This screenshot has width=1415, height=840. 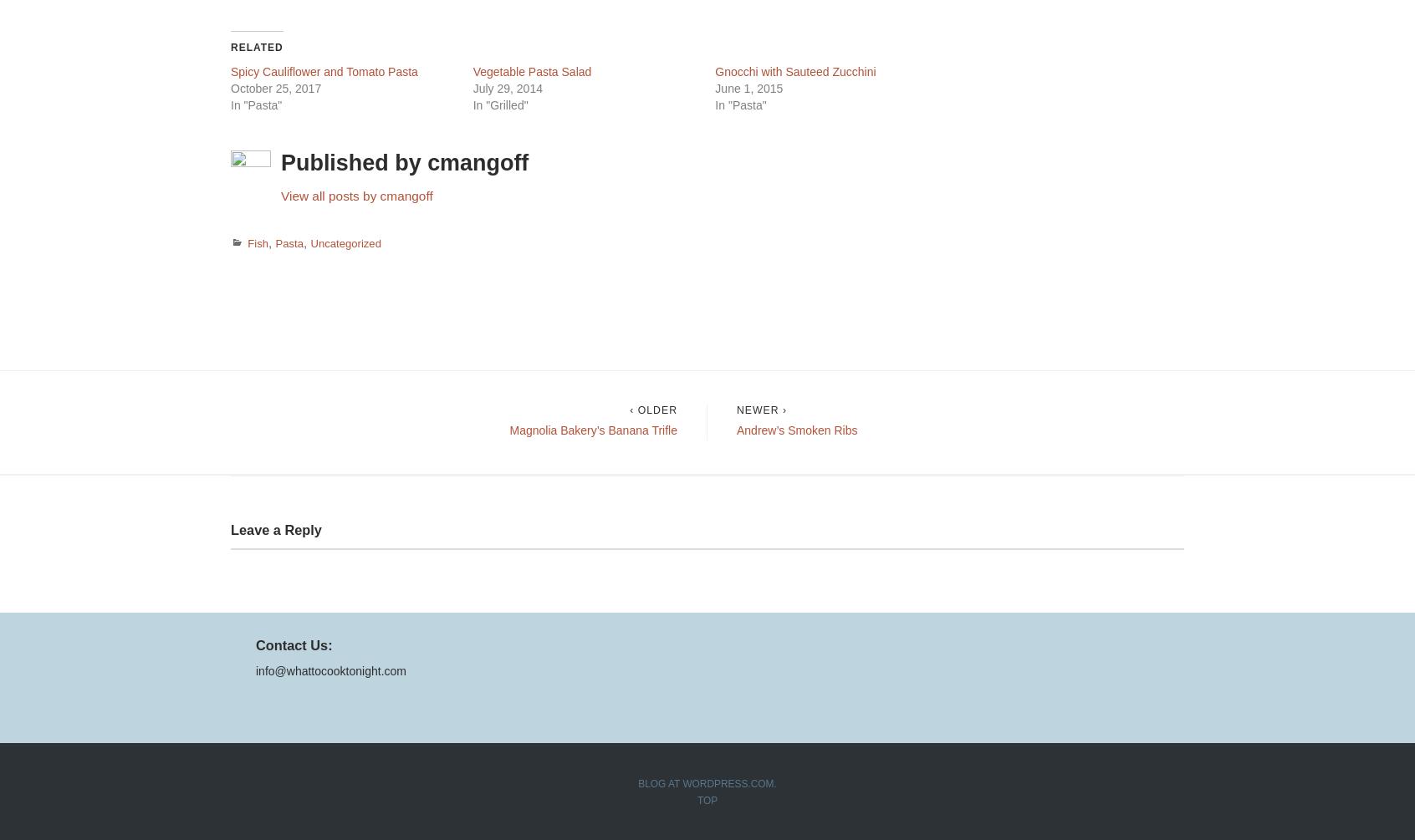 I want to click on 'Related', so click(x=230, y=47).